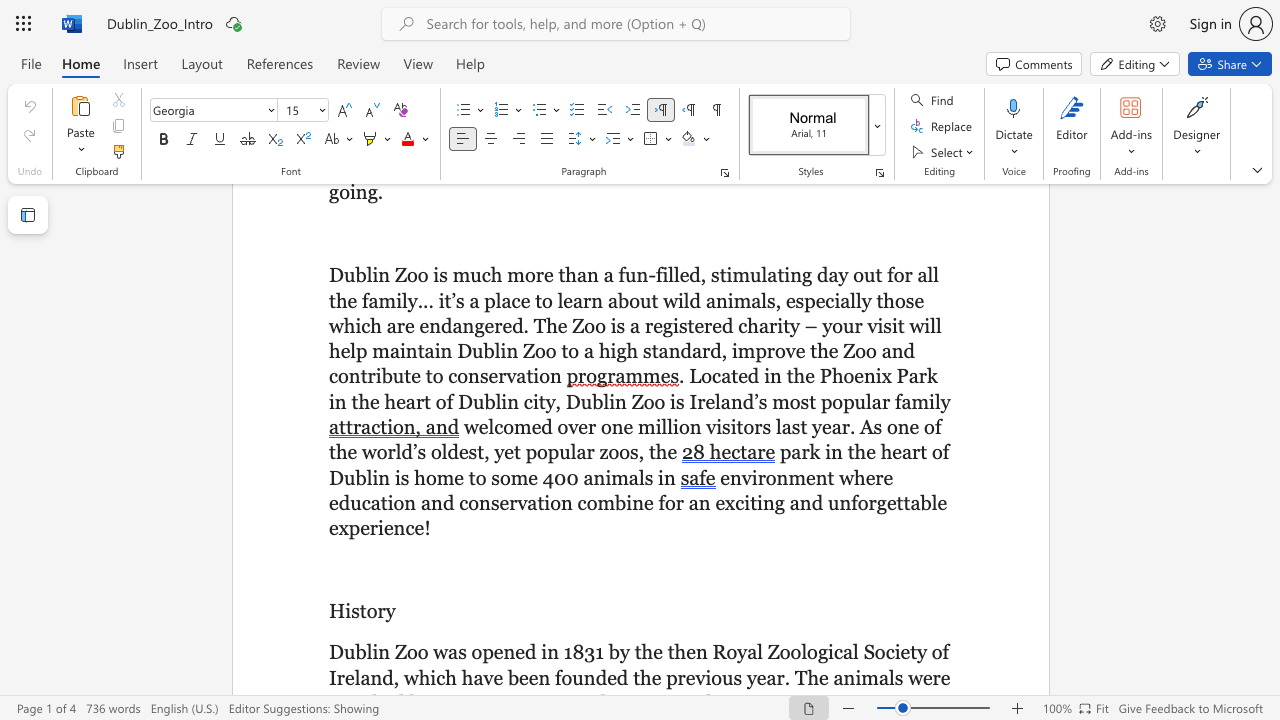 This screenshot has width=1280, height=720. Describe the element at coordinates (395, 452) in the screenshot. I see `the subset text "ld’s ol" within the text "welcomed over one million visitors last year. As one of the world’s oldest,"` at that location.